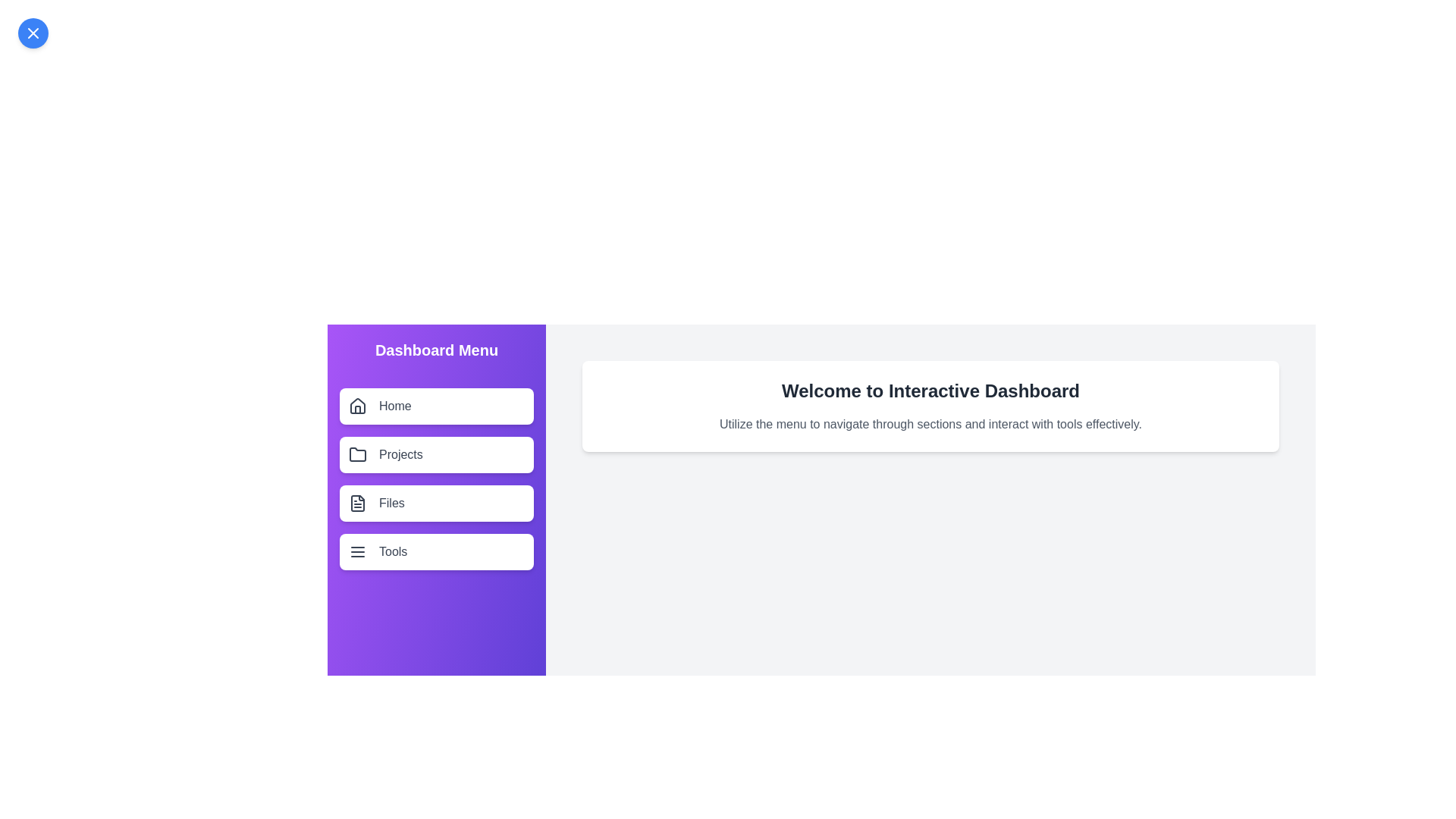 The image size is (1456, 819). What do you see at coordinates (436, 454) in the screenshot?
I see `the menu item labeled Projects to navigate to its corresponding section` at bounding box center [436, 454].